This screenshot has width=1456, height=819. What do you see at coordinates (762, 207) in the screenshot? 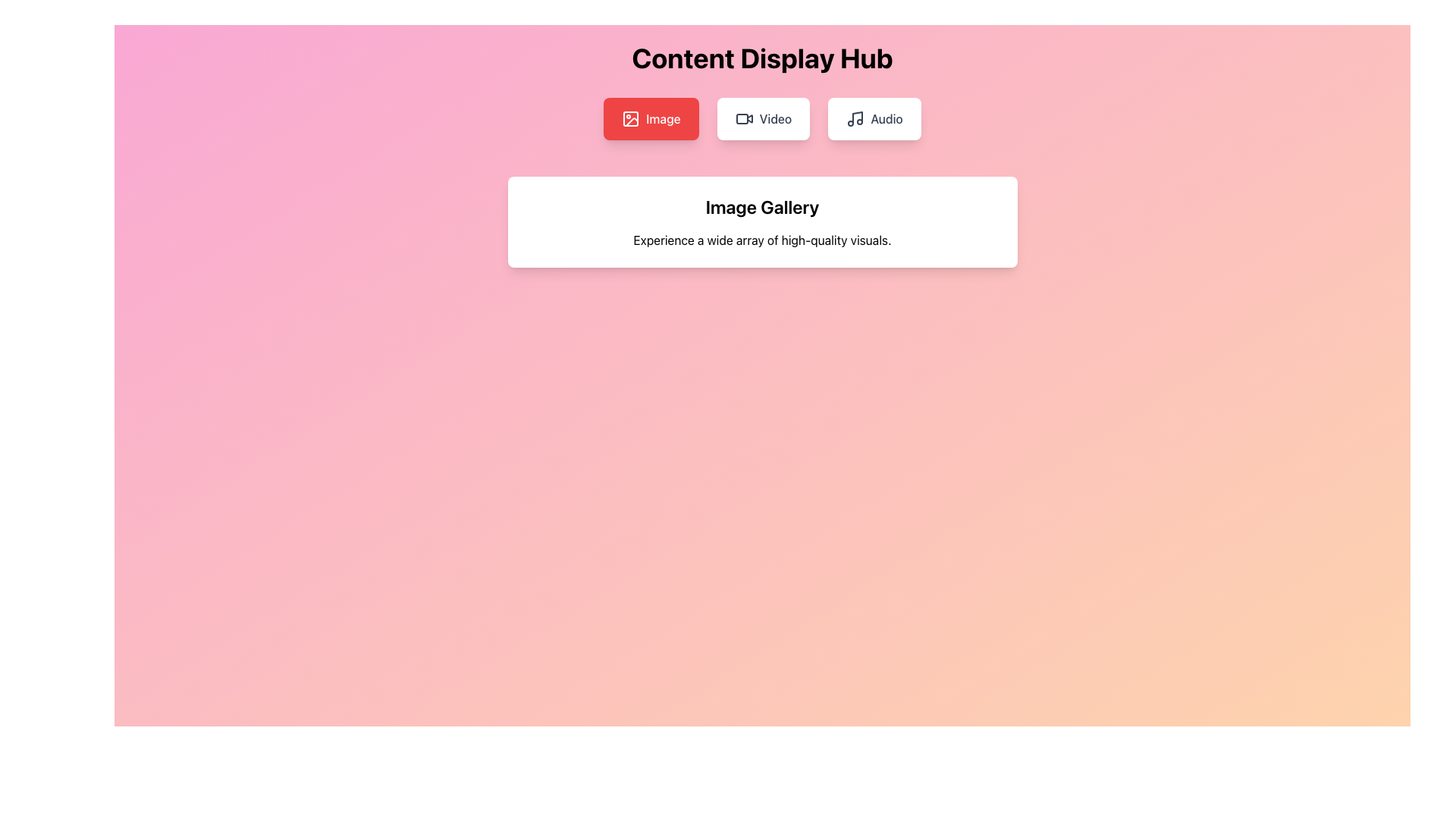
I see `the header text 'Image Gallery' which is styled in a large bold font and centrally aligned on a white card-like section` at bounding box center [762, 207].